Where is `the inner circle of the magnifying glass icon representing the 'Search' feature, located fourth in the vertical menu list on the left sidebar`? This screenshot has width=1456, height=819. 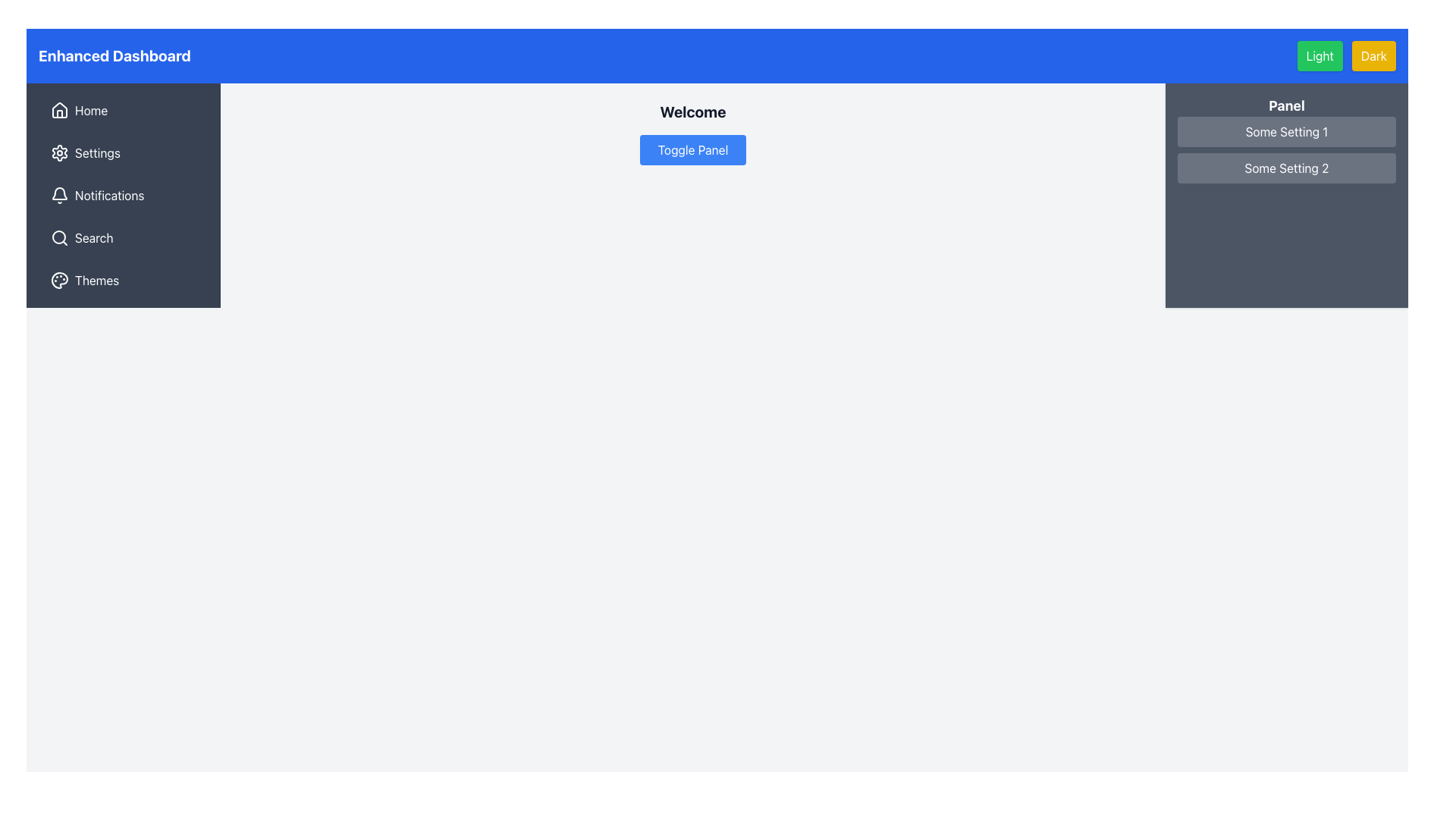 the inner circle of the magnifying glass icon representing the 'Search' feature, located fourth in the vertical menu list on the left sidebar is located at coordinates (58, 237).